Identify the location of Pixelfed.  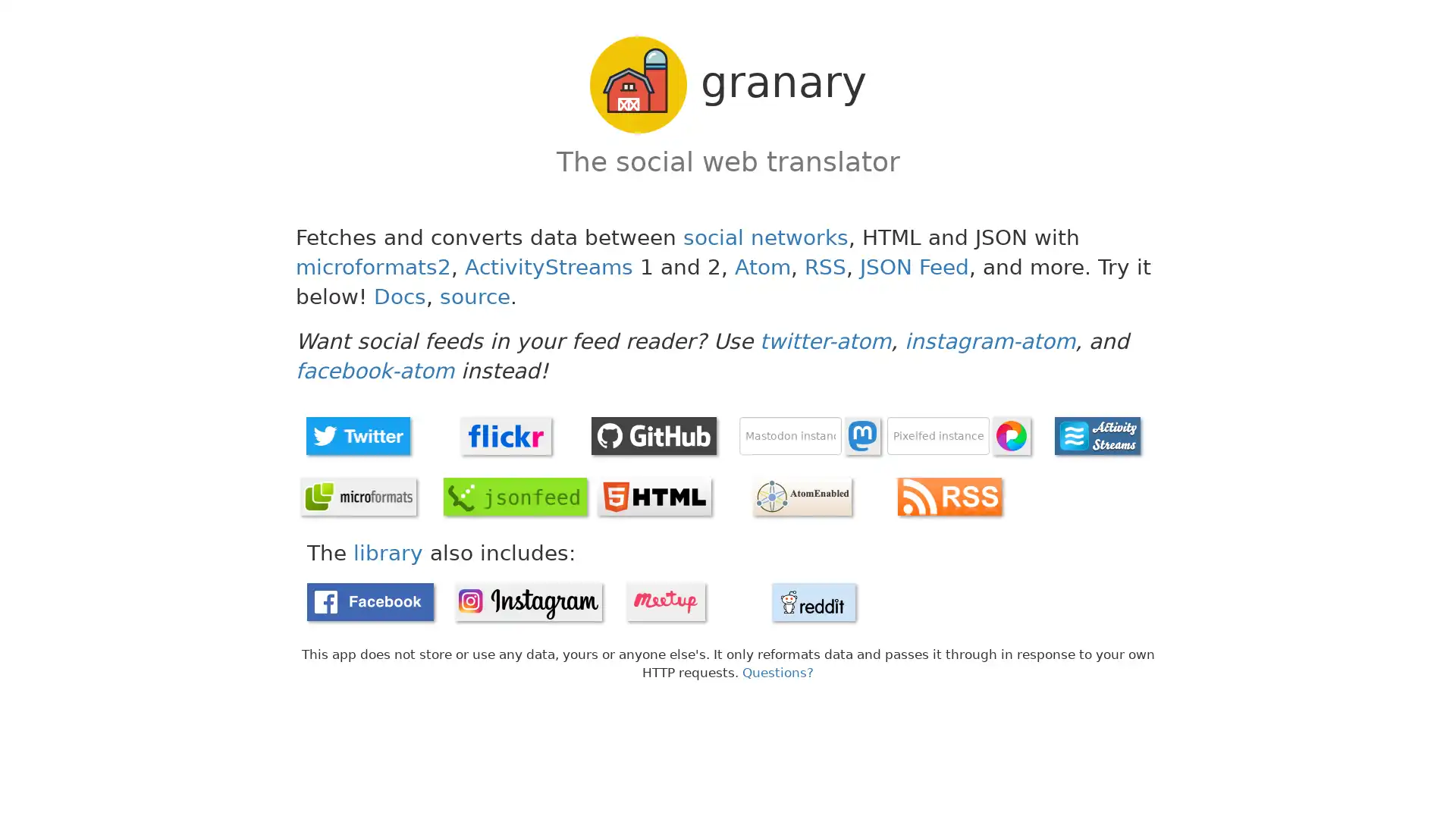
(1012, 435).